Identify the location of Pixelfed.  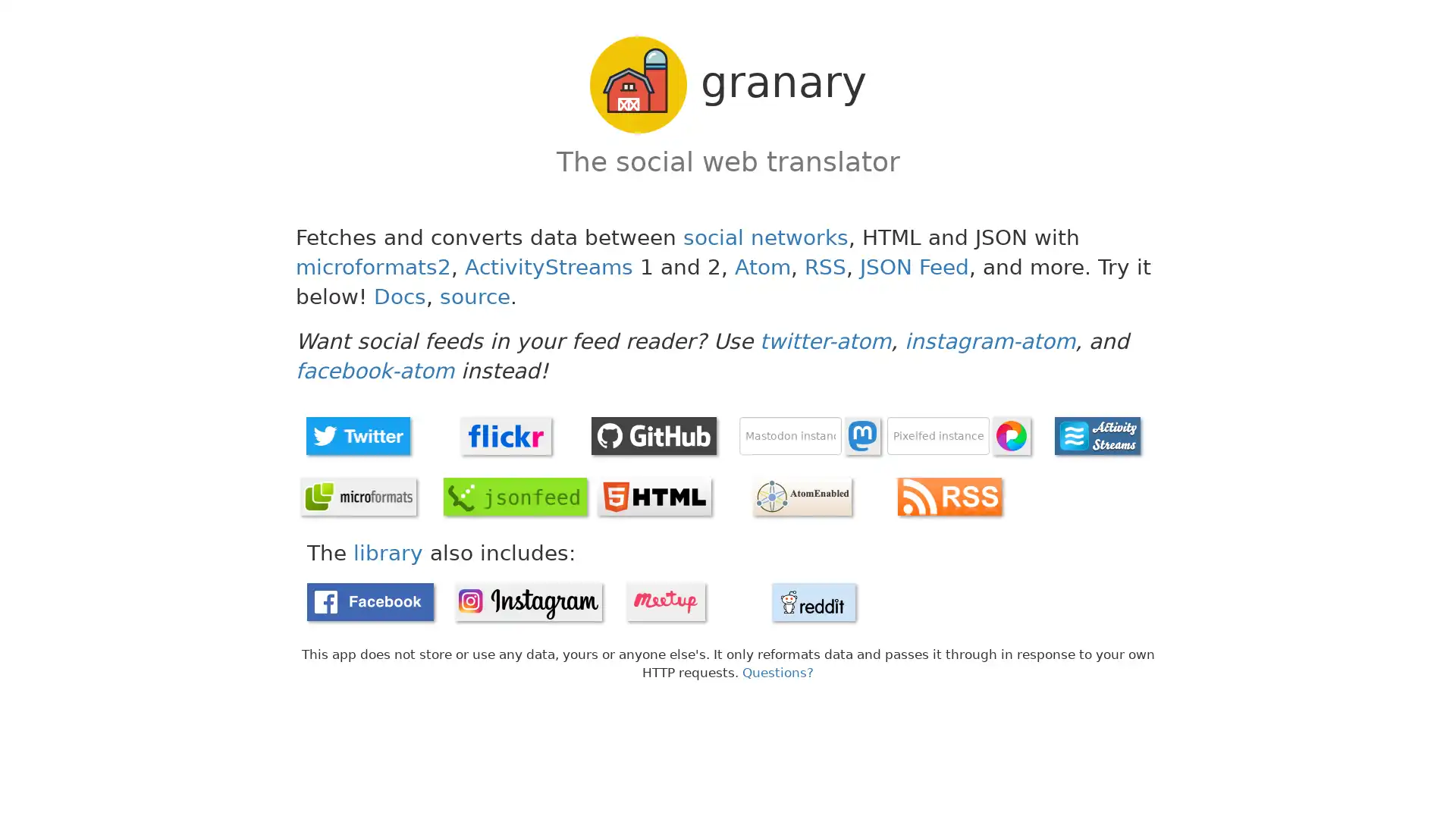
(1012, 435).